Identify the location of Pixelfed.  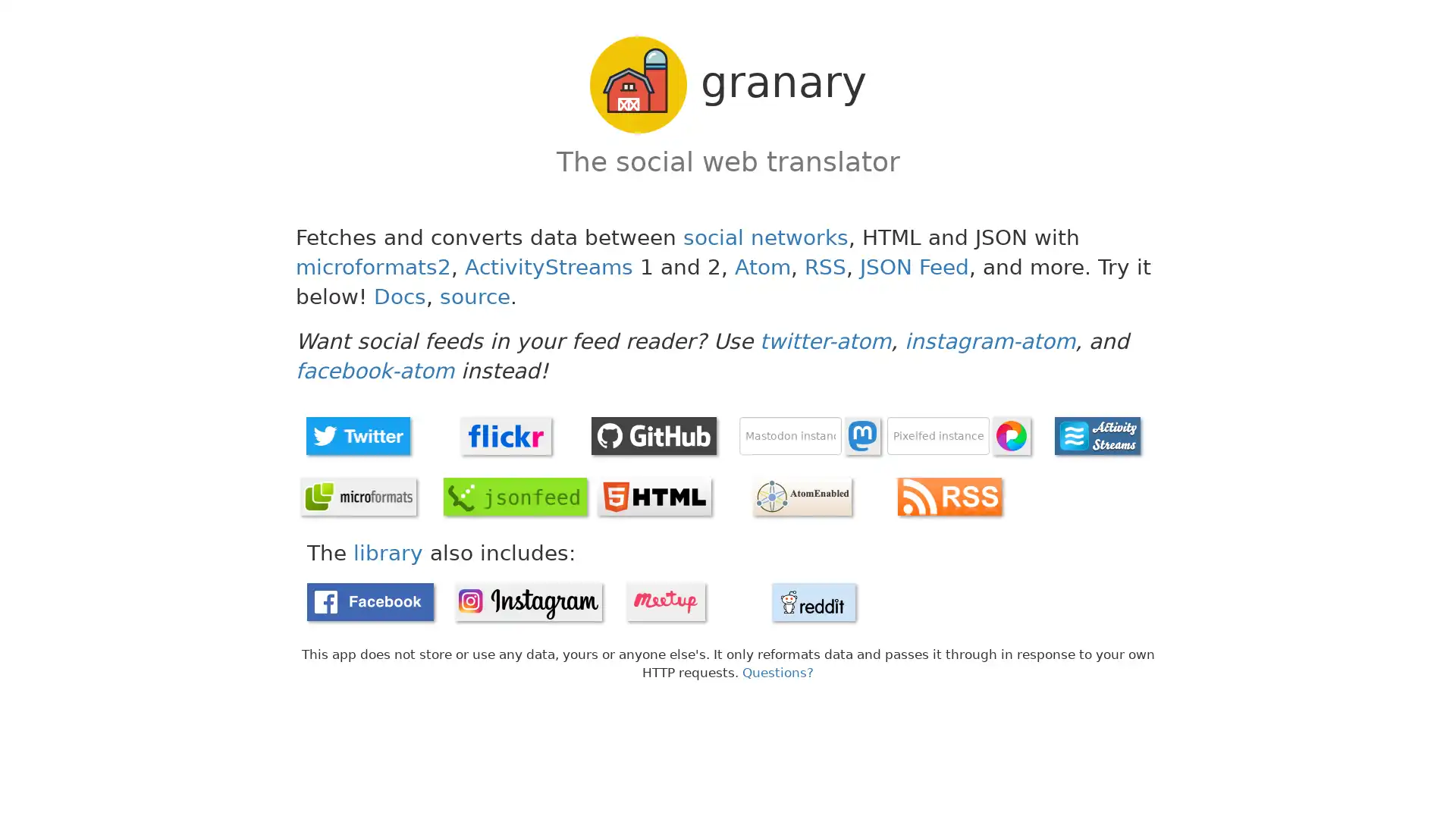
(1012, 435).